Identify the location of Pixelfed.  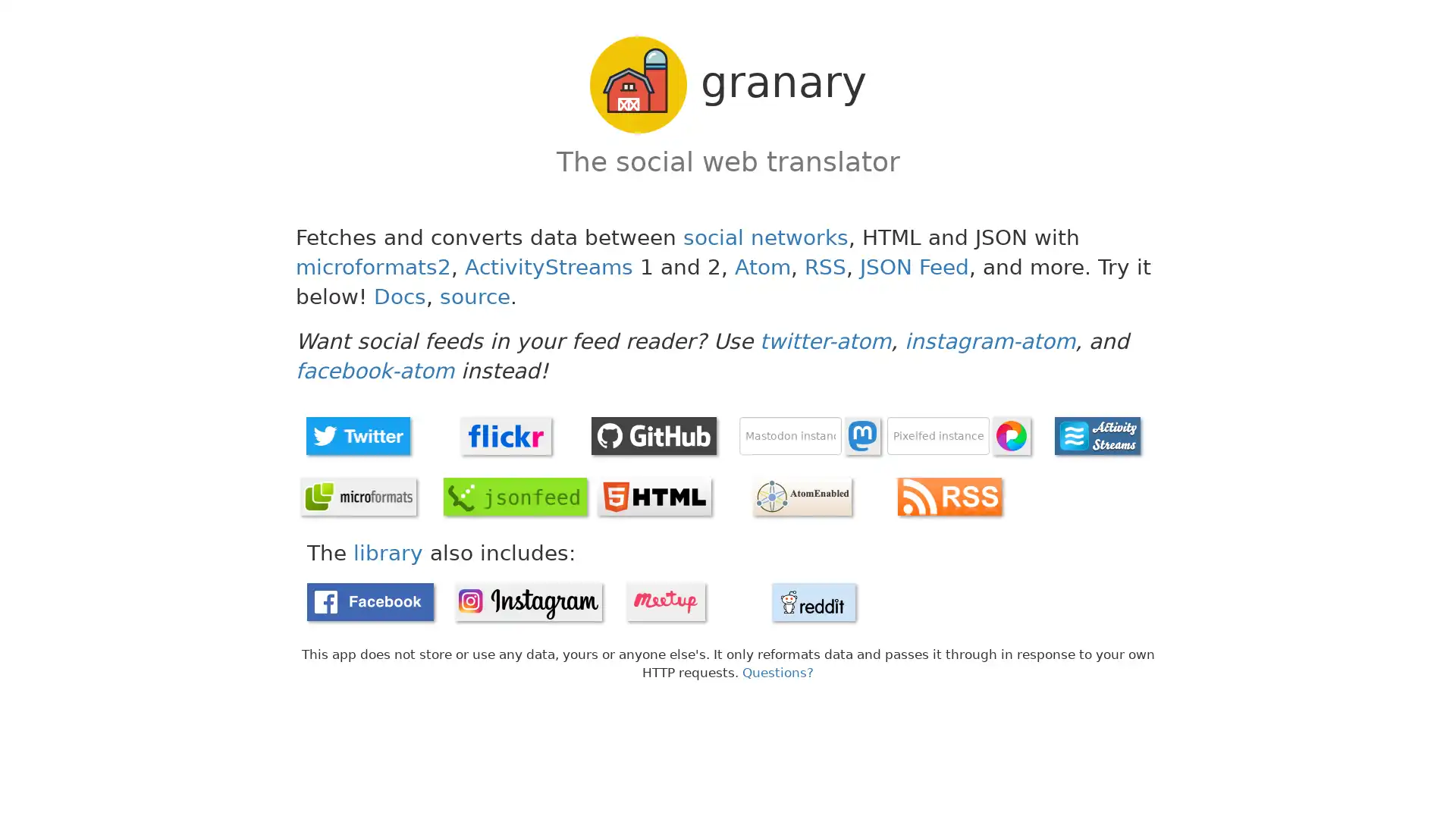
(1012, 435).